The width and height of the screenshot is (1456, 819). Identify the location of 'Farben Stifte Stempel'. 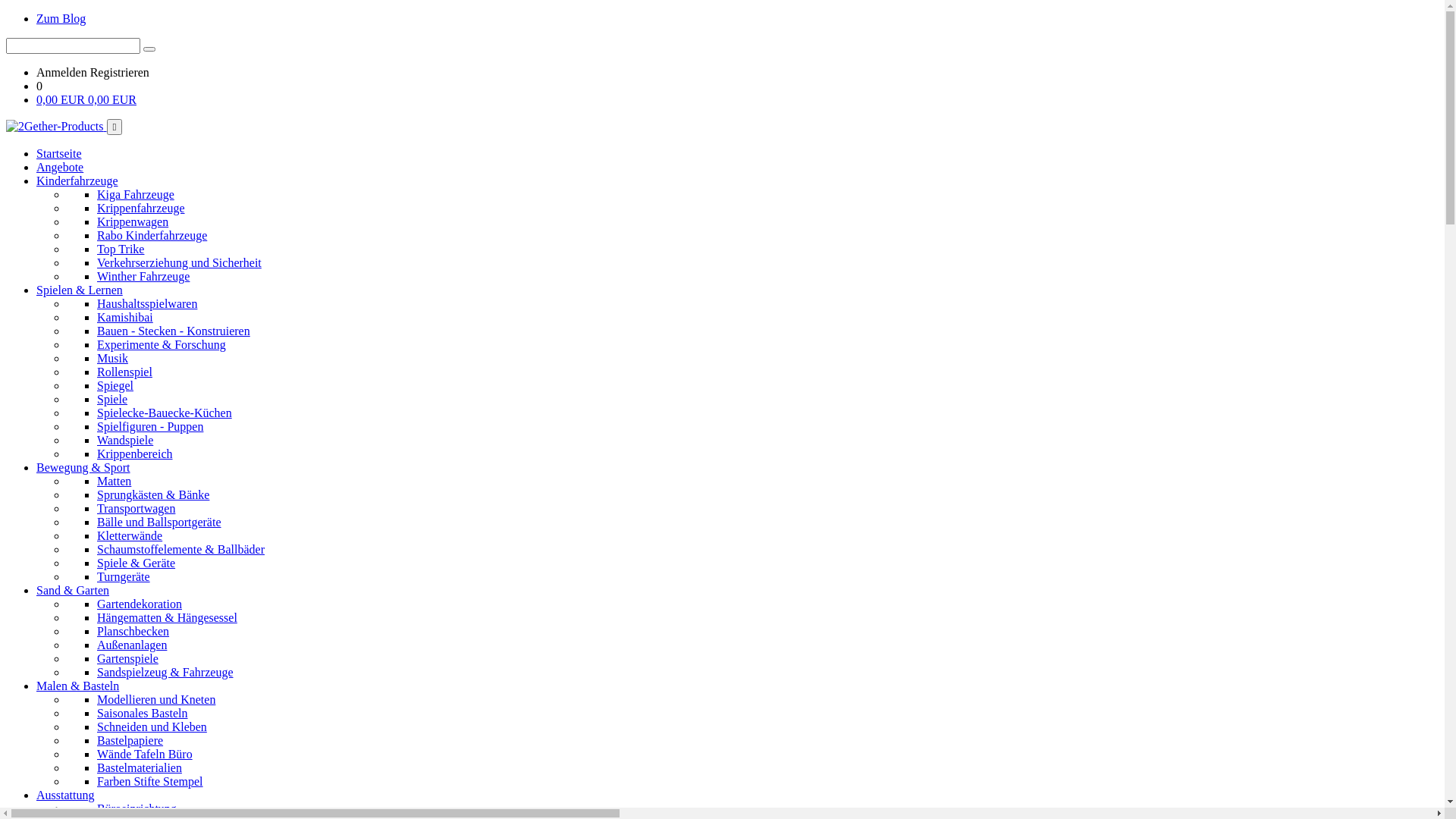
(96, 781).